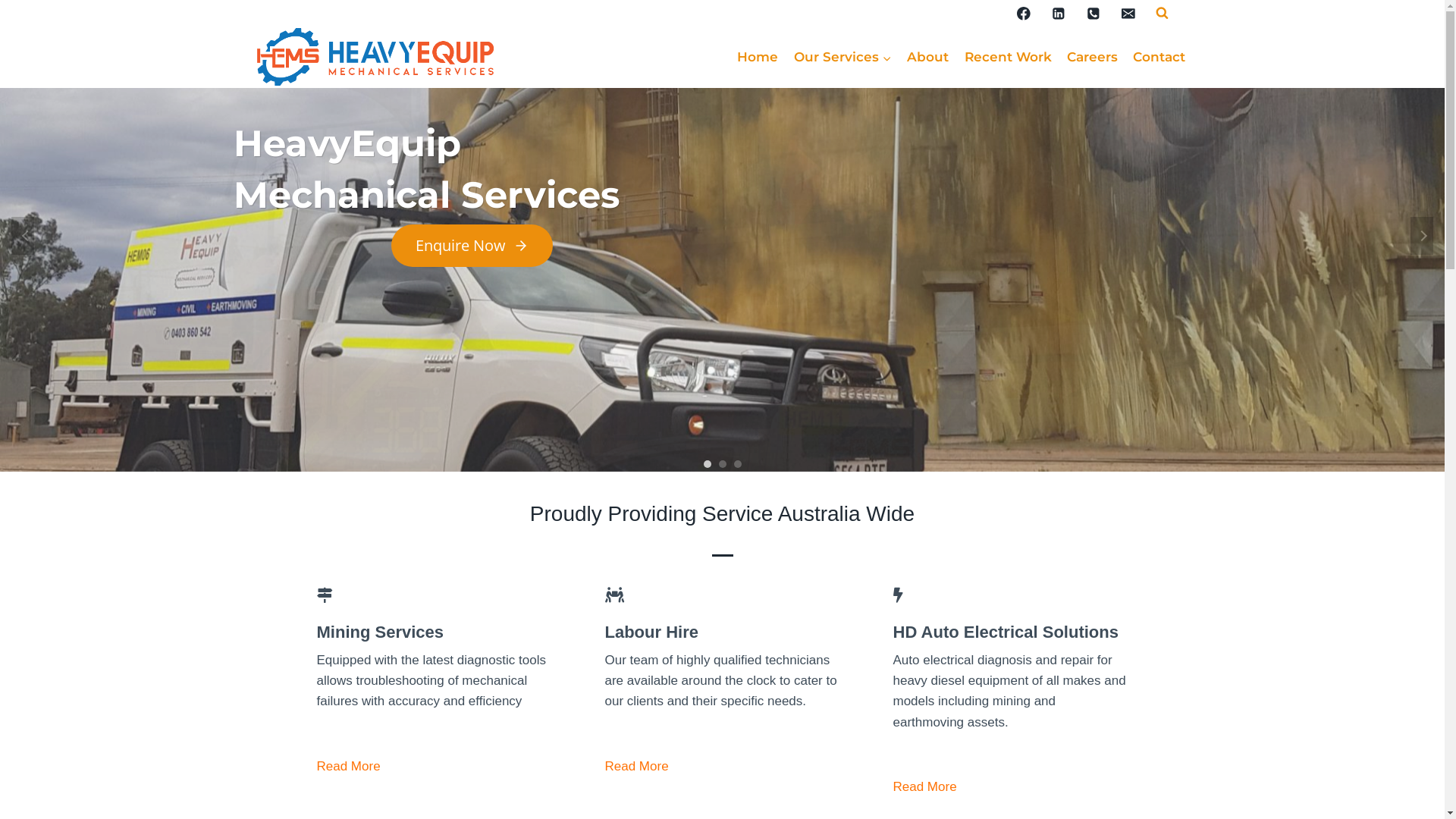 This screenshot has width=1456, height=819. I want to click on '1', so click(705, 463).